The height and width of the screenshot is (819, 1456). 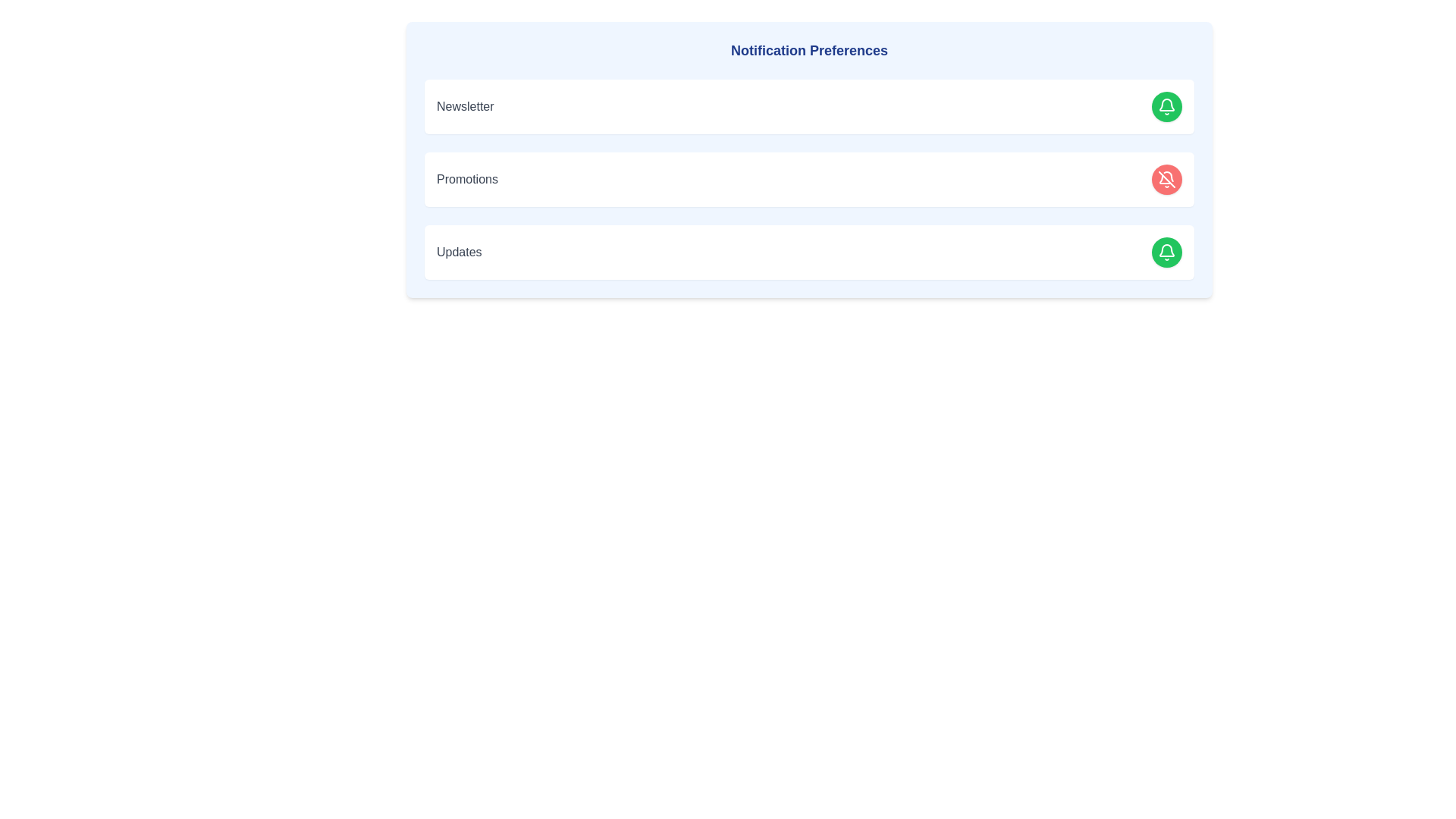 What do you see at coordinates (808, 49) in the screenshot?
I see `the 'Notification Preferences' heading` at bounding box center [808, 49].